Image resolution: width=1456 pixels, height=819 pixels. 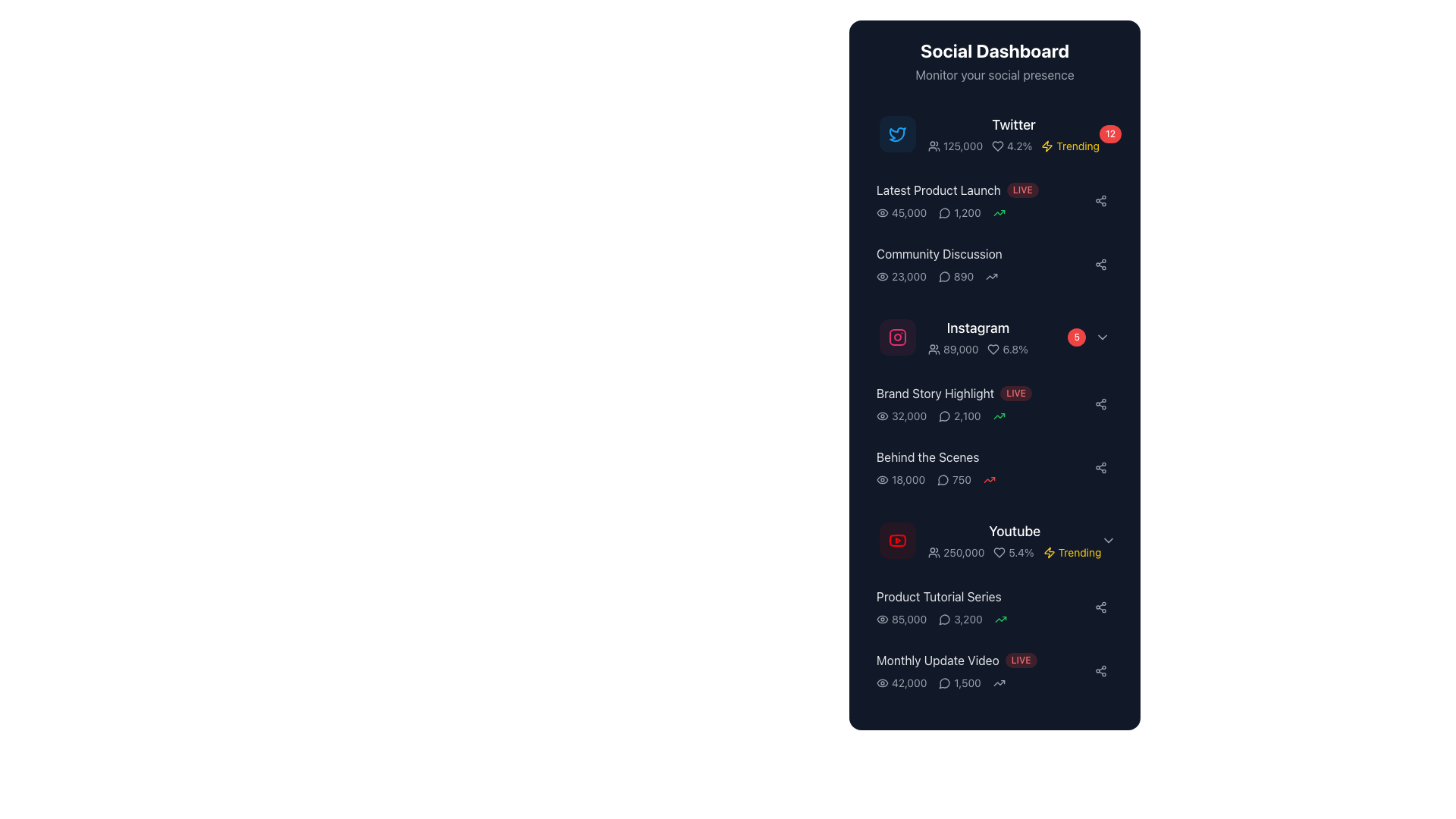 I want to click on the Content summary panel displaying 'Behind the Scenes' with associated data and icons, located between 'Brand Story Highlight' and 'Youtube', so click(x=983, y=467).